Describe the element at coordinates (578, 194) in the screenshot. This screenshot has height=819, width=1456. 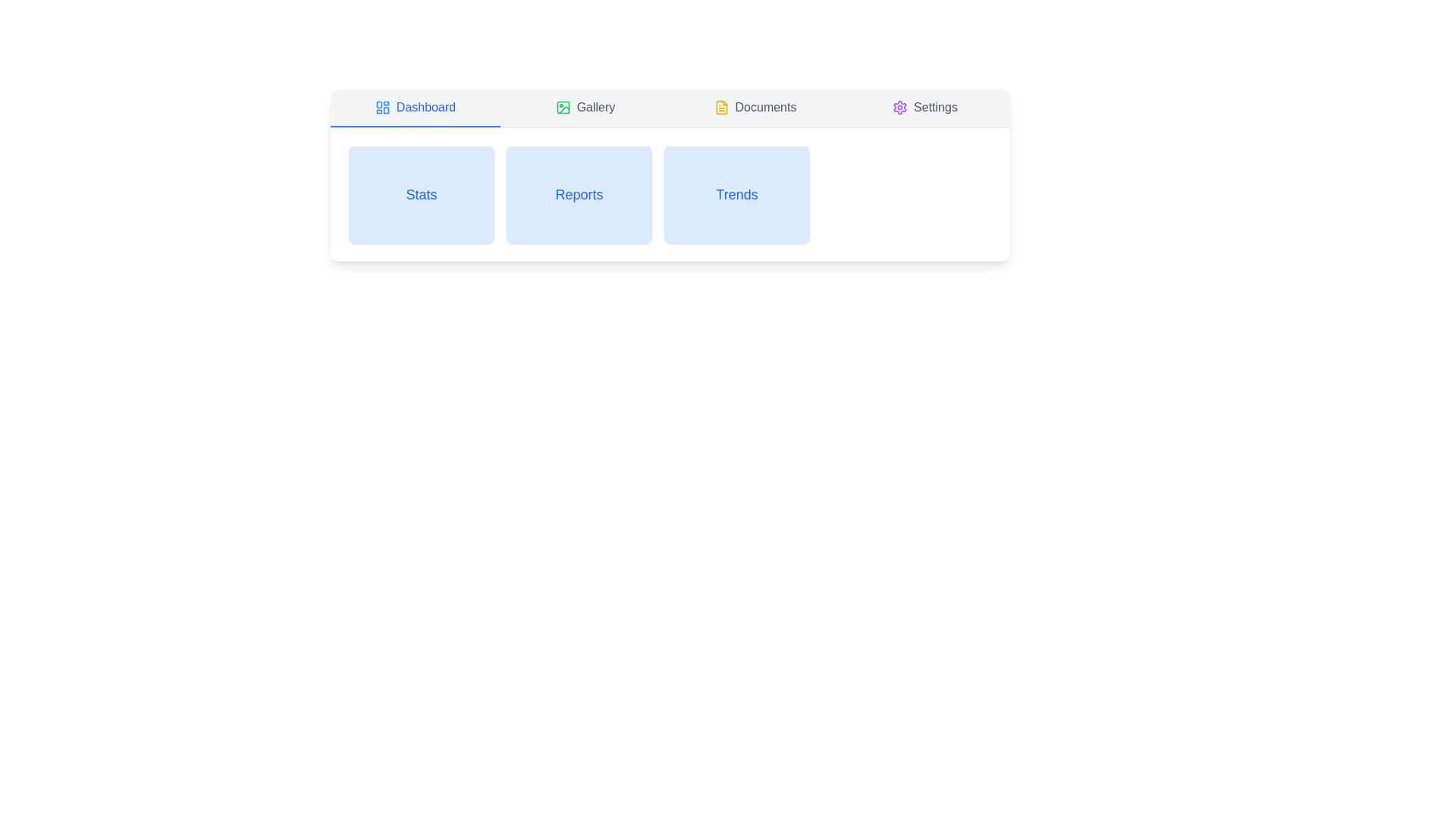
I see `the light blue tile labeled 'Reports'` at that location.